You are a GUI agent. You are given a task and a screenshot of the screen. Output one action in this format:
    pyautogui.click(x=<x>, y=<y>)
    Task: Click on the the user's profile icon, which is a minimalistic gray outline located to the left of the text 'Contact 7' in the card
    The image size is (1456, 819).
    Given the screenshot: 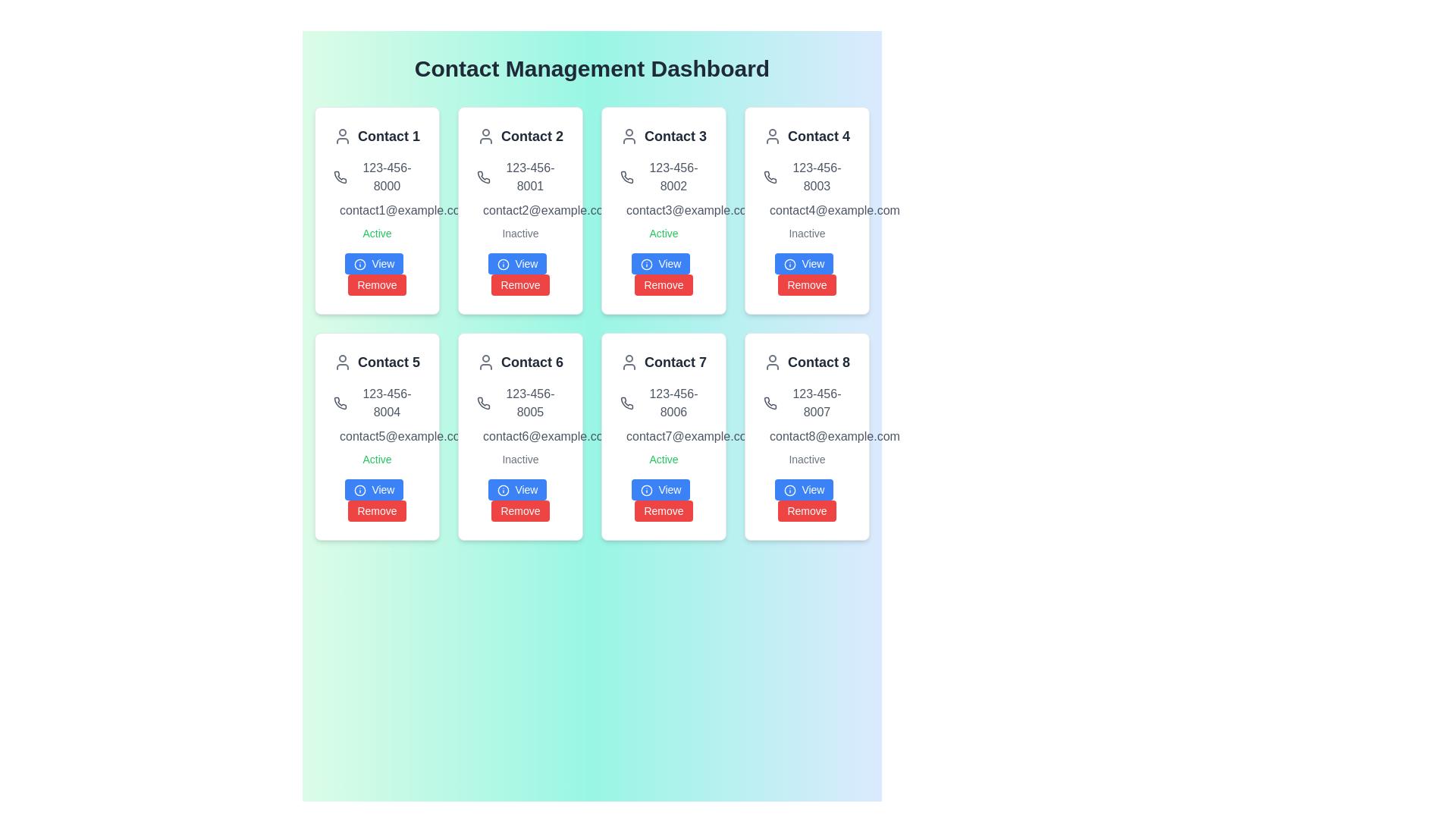 What is the action you would take?
    pyautogui.click(x=629, y=362)
    